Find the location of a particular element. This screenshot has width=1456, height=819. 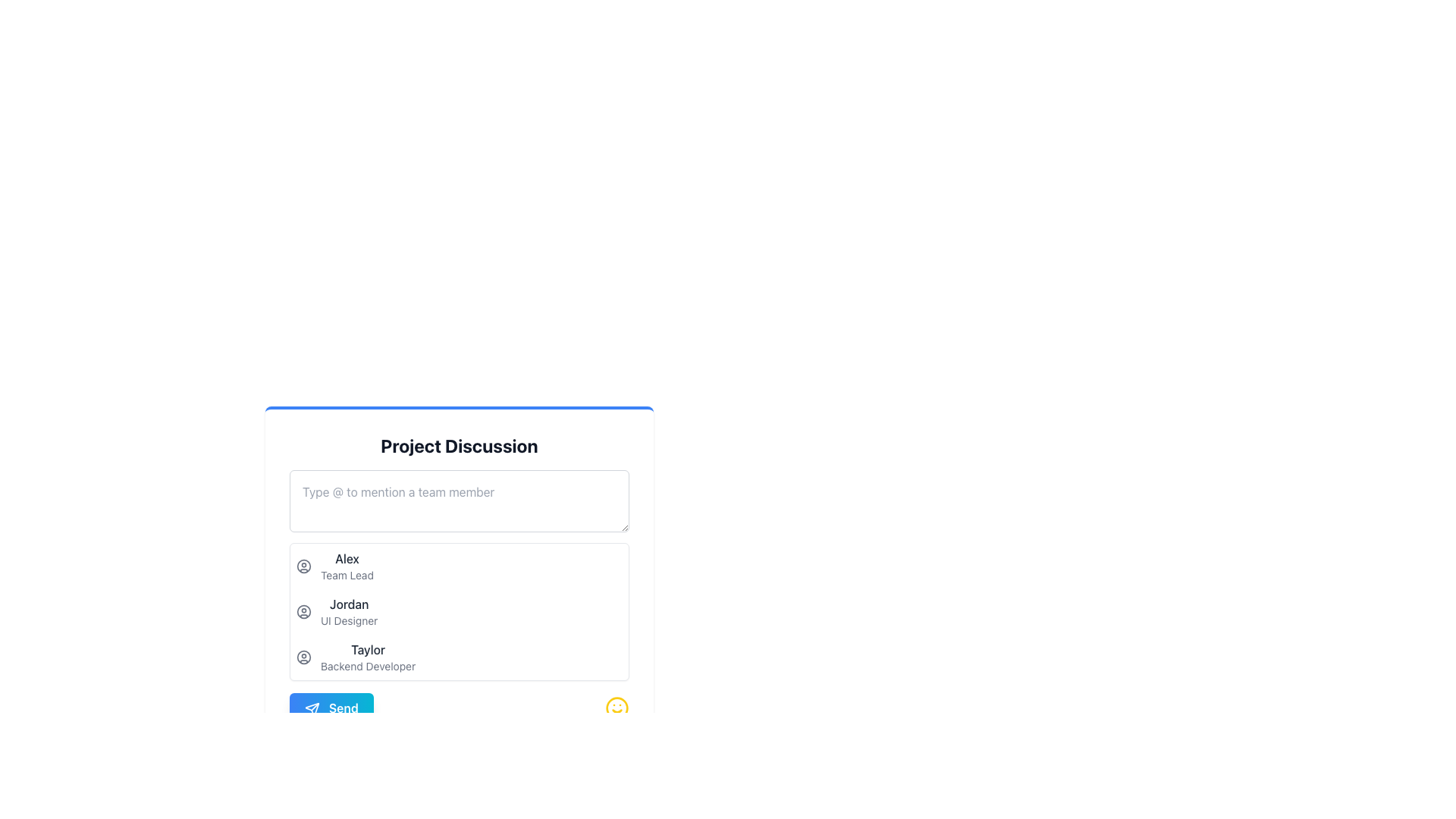

the text label indicating the role or position associated with the list entry labeled 'Jordan', which is the second line of text in the vertical list layout is located at coordinates (348, 620).